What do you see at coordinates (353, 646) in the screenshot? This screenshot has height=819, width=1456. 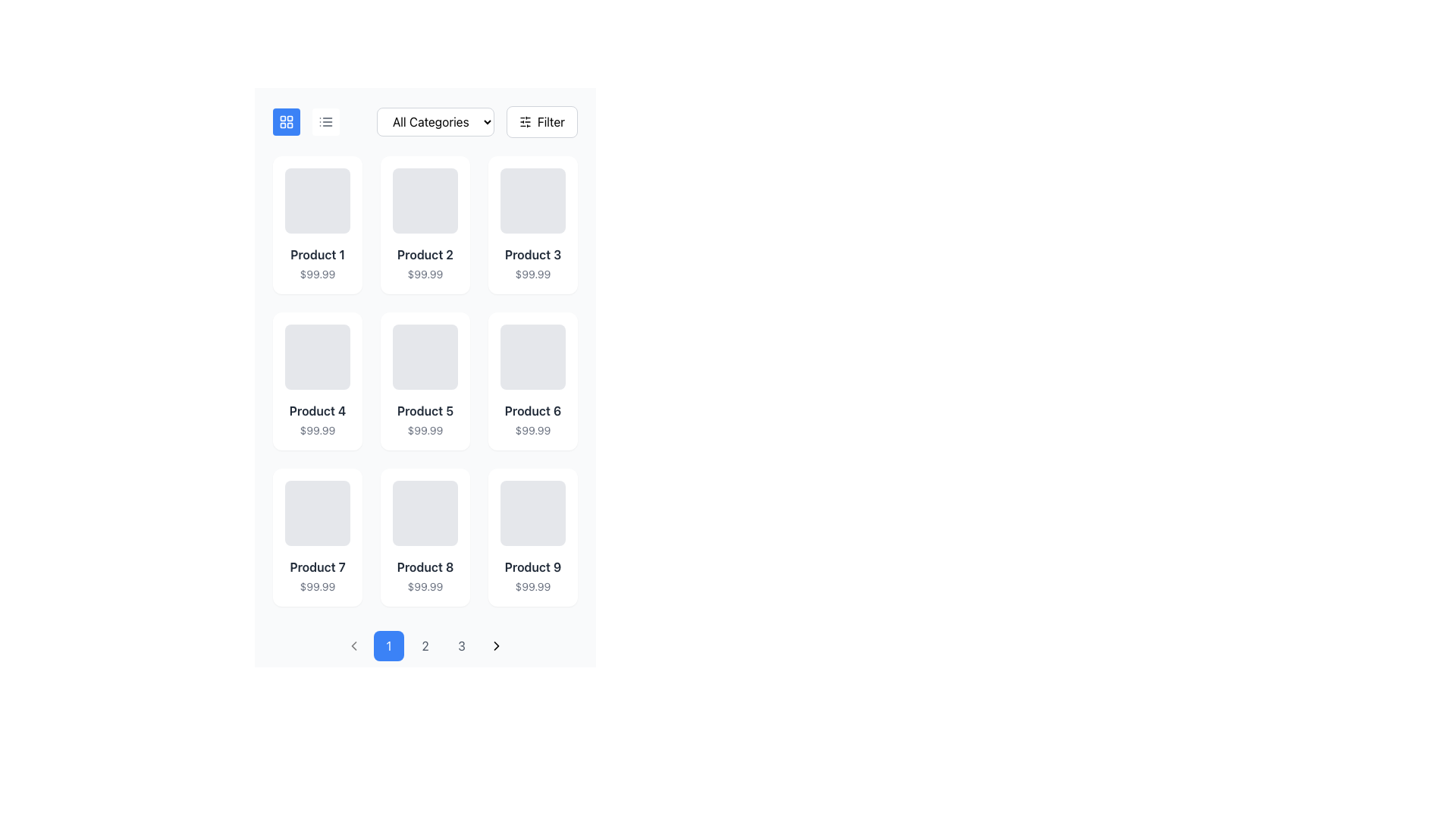 I see `the left-pointing chevron icon located in the bottom navigation area` at bounding box center [353, 646].